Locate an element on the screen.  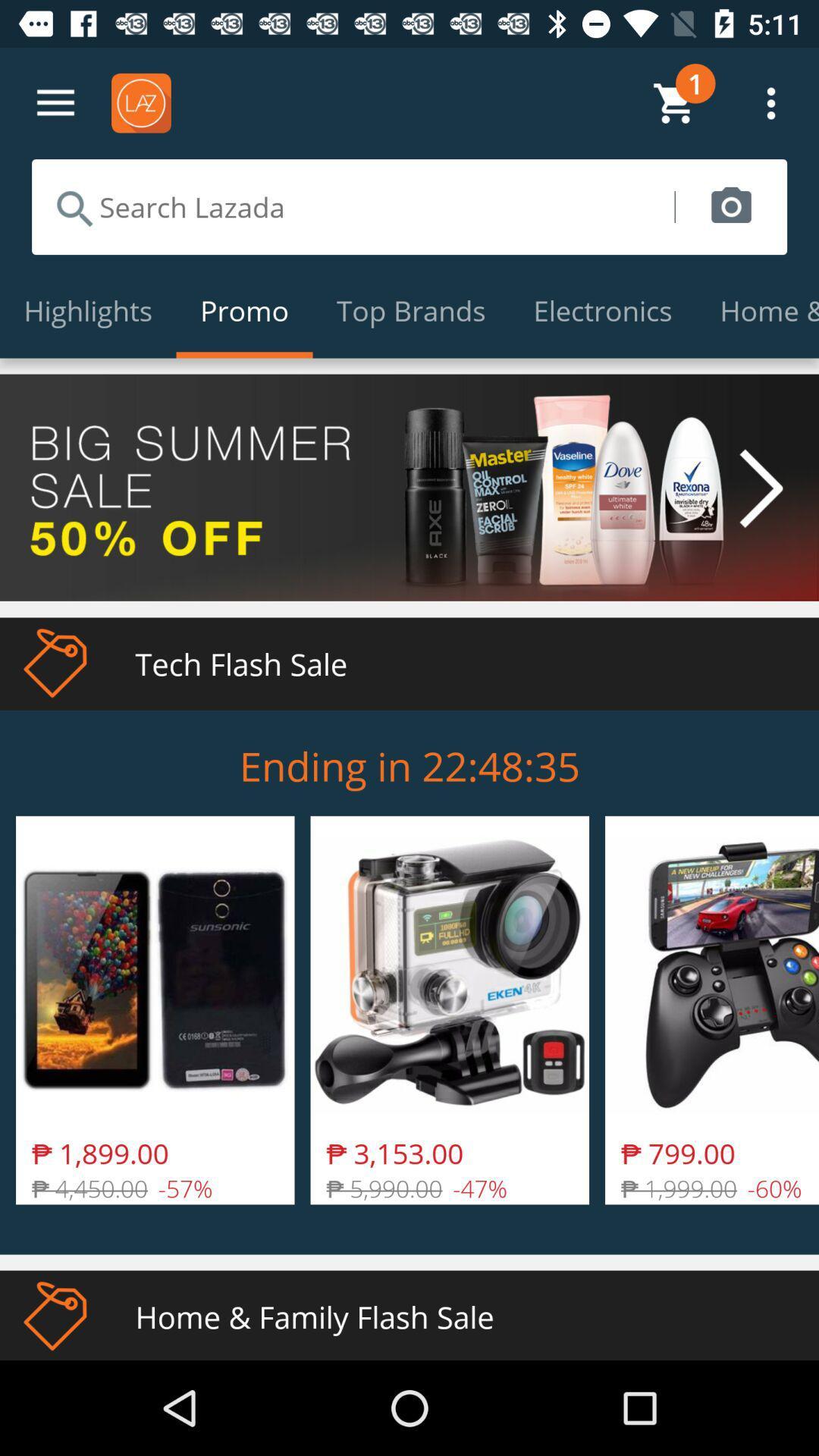
icon above the highlights icon is located at coordinates (353, 206).